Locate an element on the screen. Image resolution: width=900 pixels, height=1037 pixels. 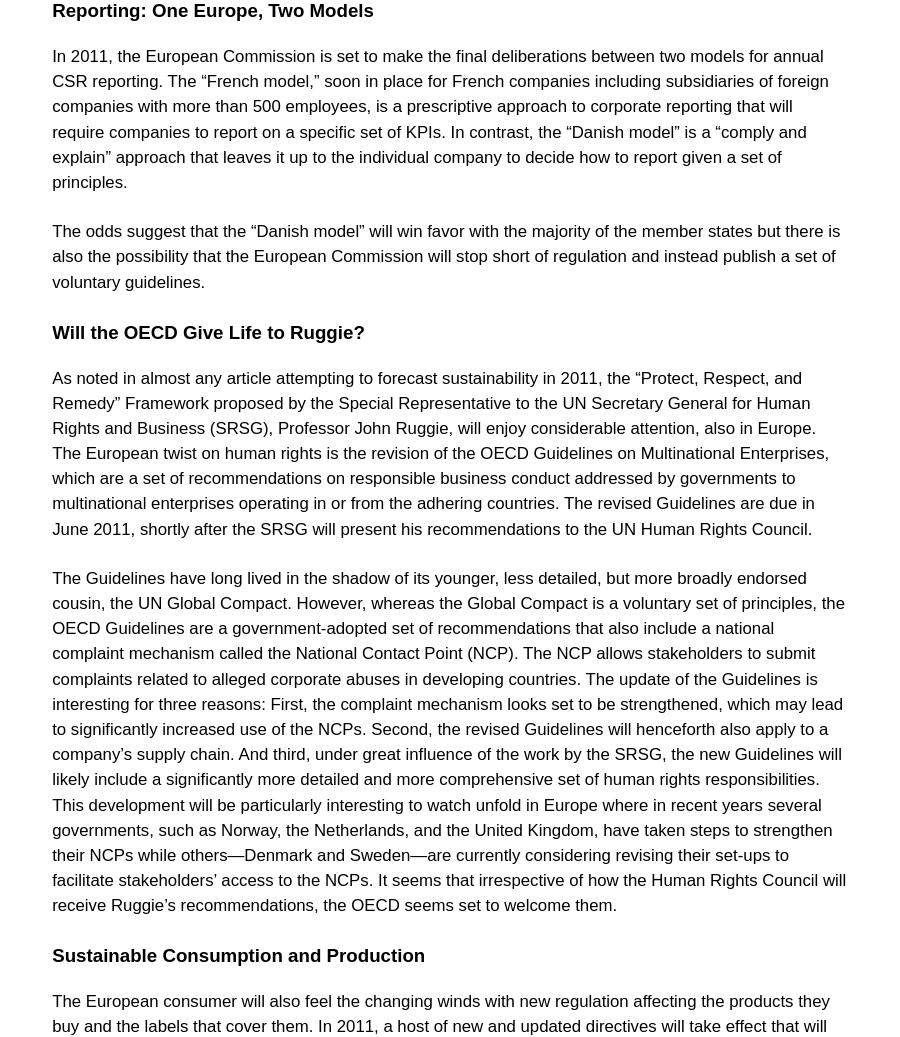
'| Good Health Is Good Business' is located at coordinates (316, 5).